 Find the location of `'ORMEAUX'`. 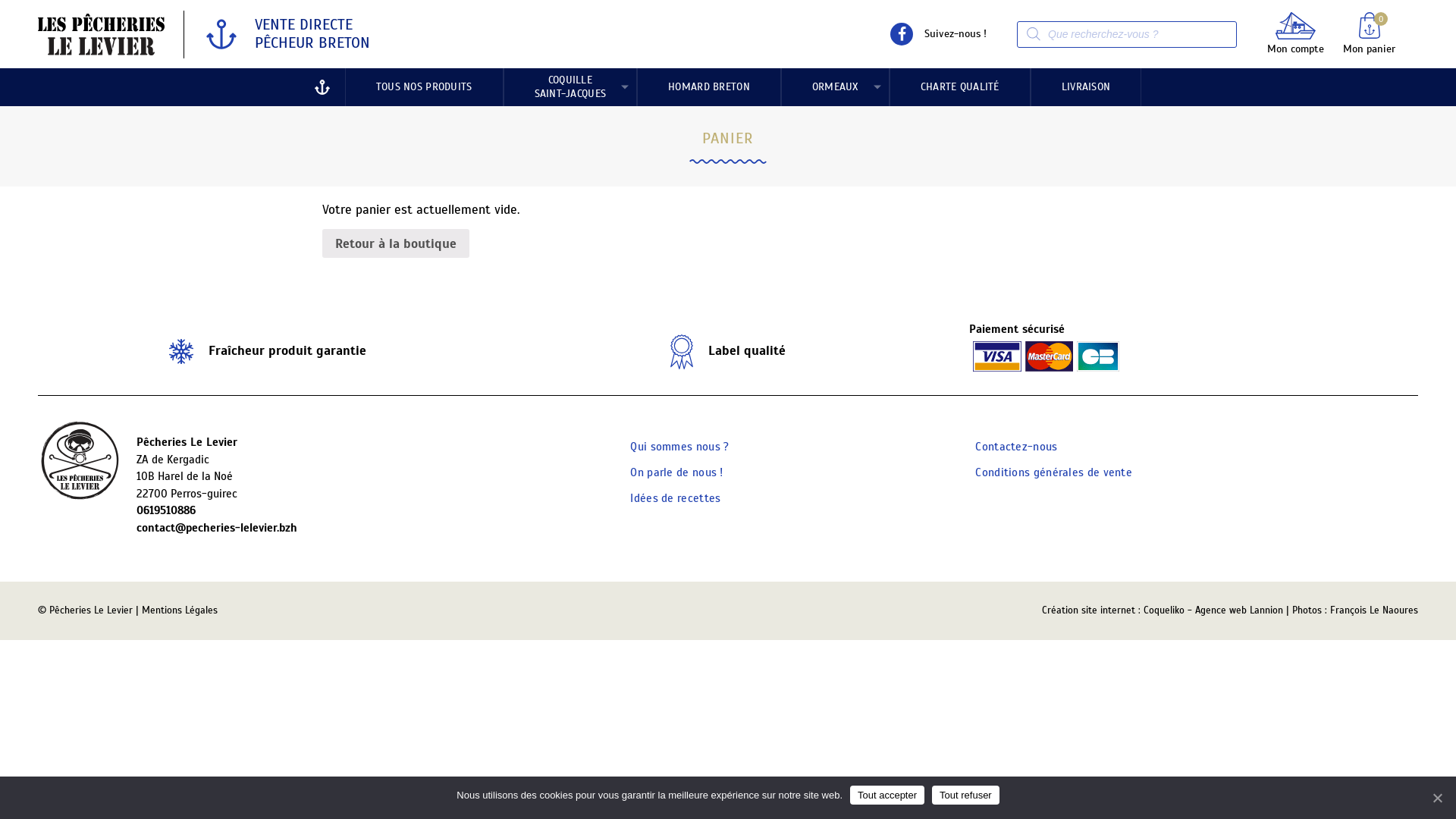

'ORMEAUX' is located at coordinates (834, 87).